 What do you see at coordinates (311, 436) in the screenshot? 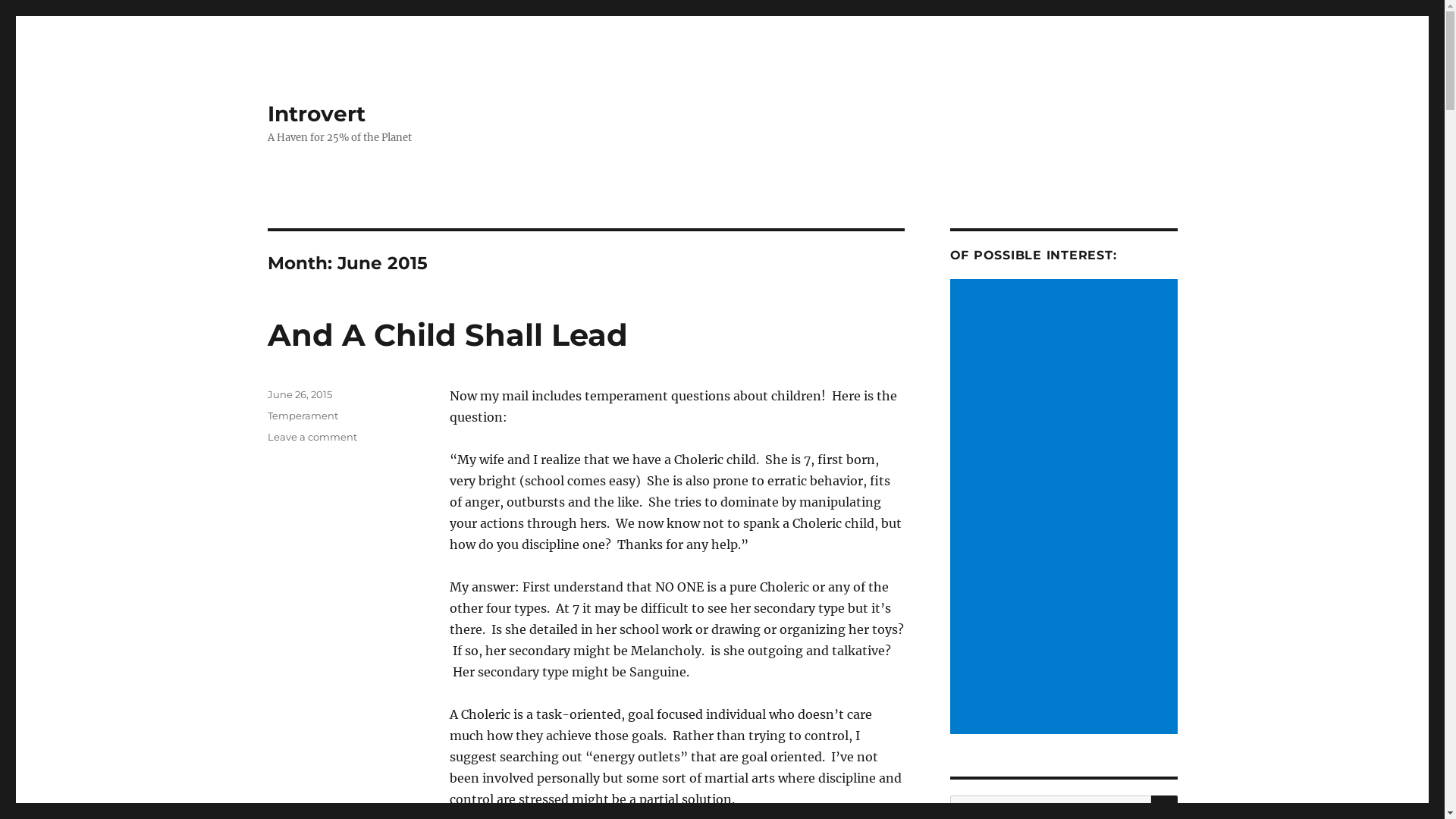
I see `'Leave a comment` at bounding box center [311, 436].